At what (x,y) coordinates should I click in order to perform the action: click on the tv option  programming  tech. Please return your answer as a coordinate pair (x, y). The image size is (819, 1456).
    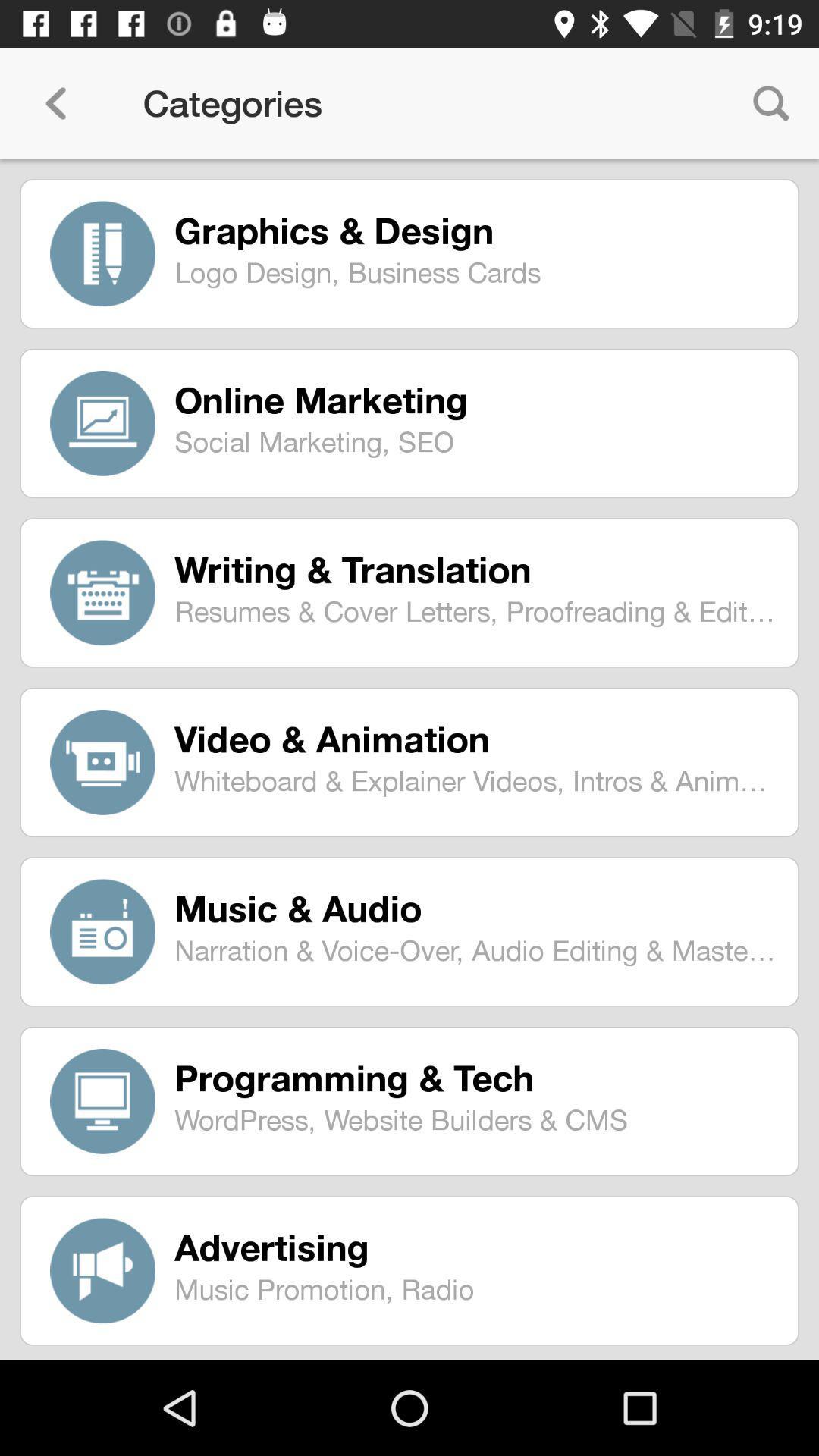
    Looking at the image, I should click on (102, 1101).